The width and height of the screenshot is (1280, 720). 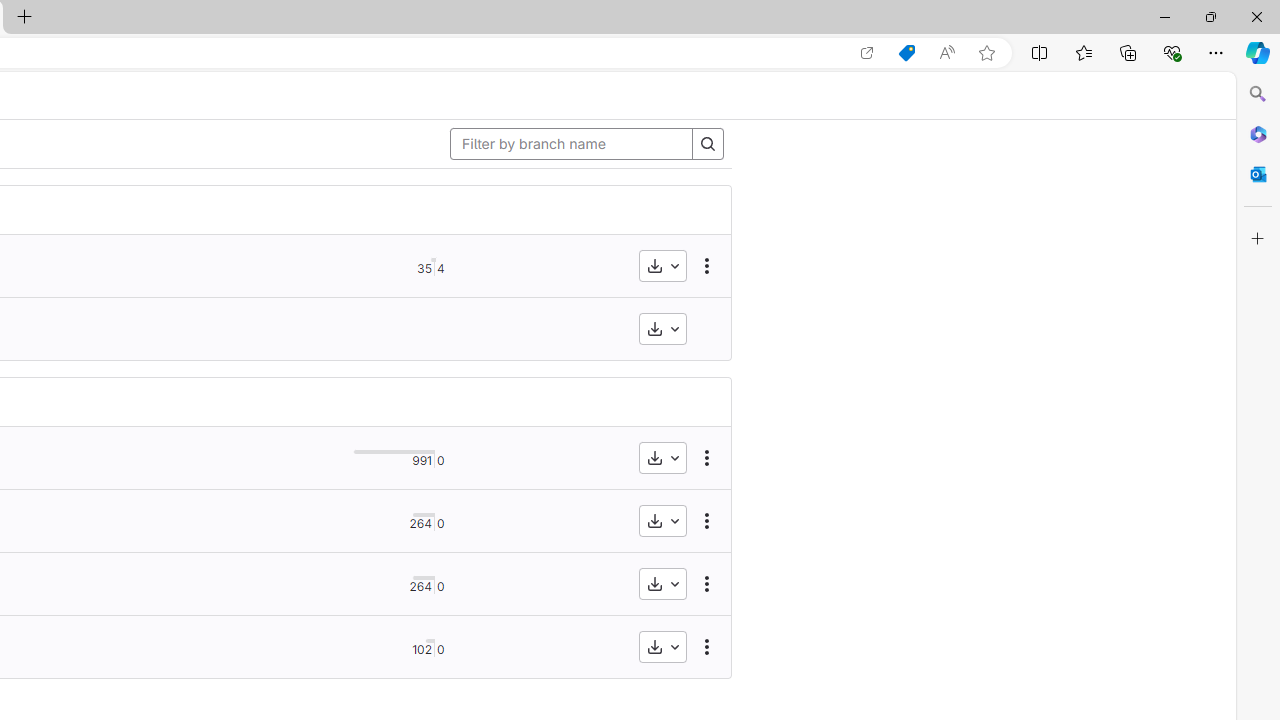 I want to click on 'Close Outlook pane', so click(x=1257, y=173).